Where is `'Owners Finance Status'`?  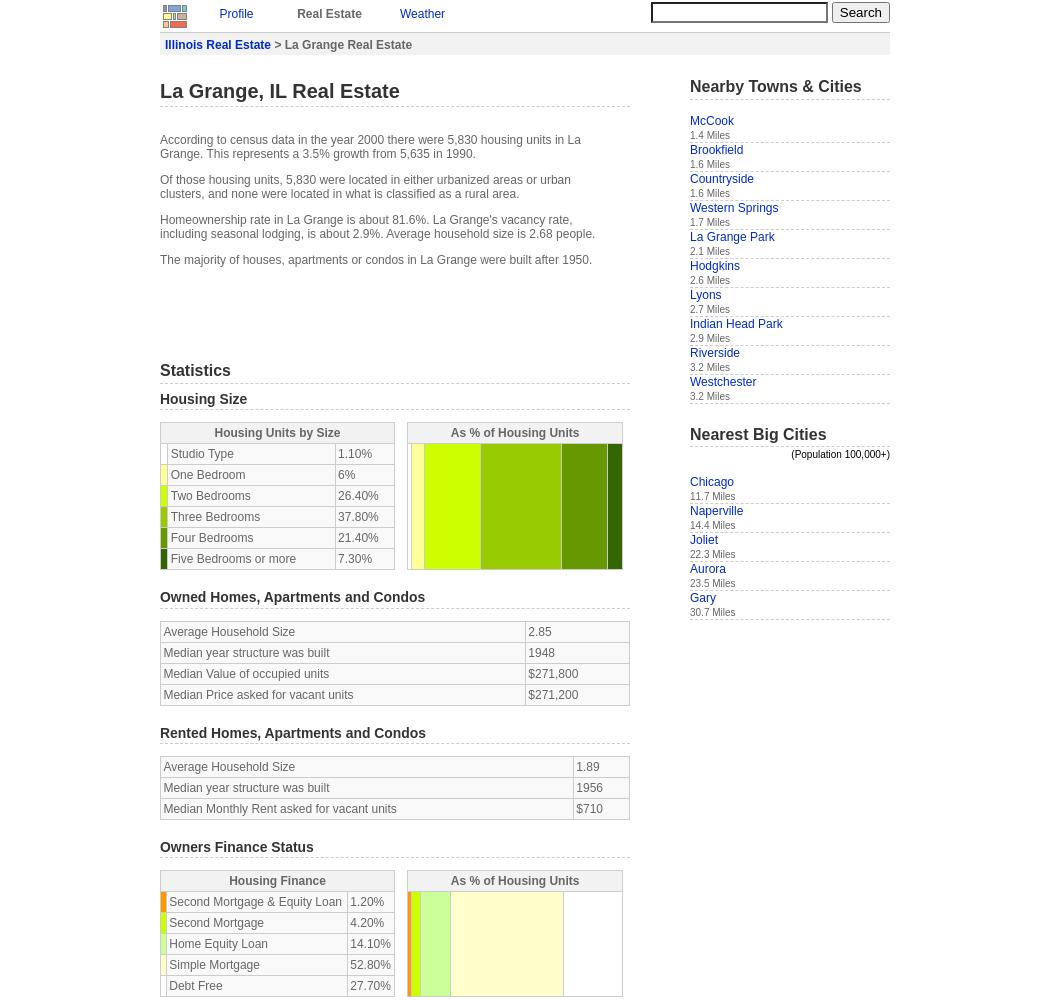
'Owners Finance Status' is located at coordinates (160, 845).